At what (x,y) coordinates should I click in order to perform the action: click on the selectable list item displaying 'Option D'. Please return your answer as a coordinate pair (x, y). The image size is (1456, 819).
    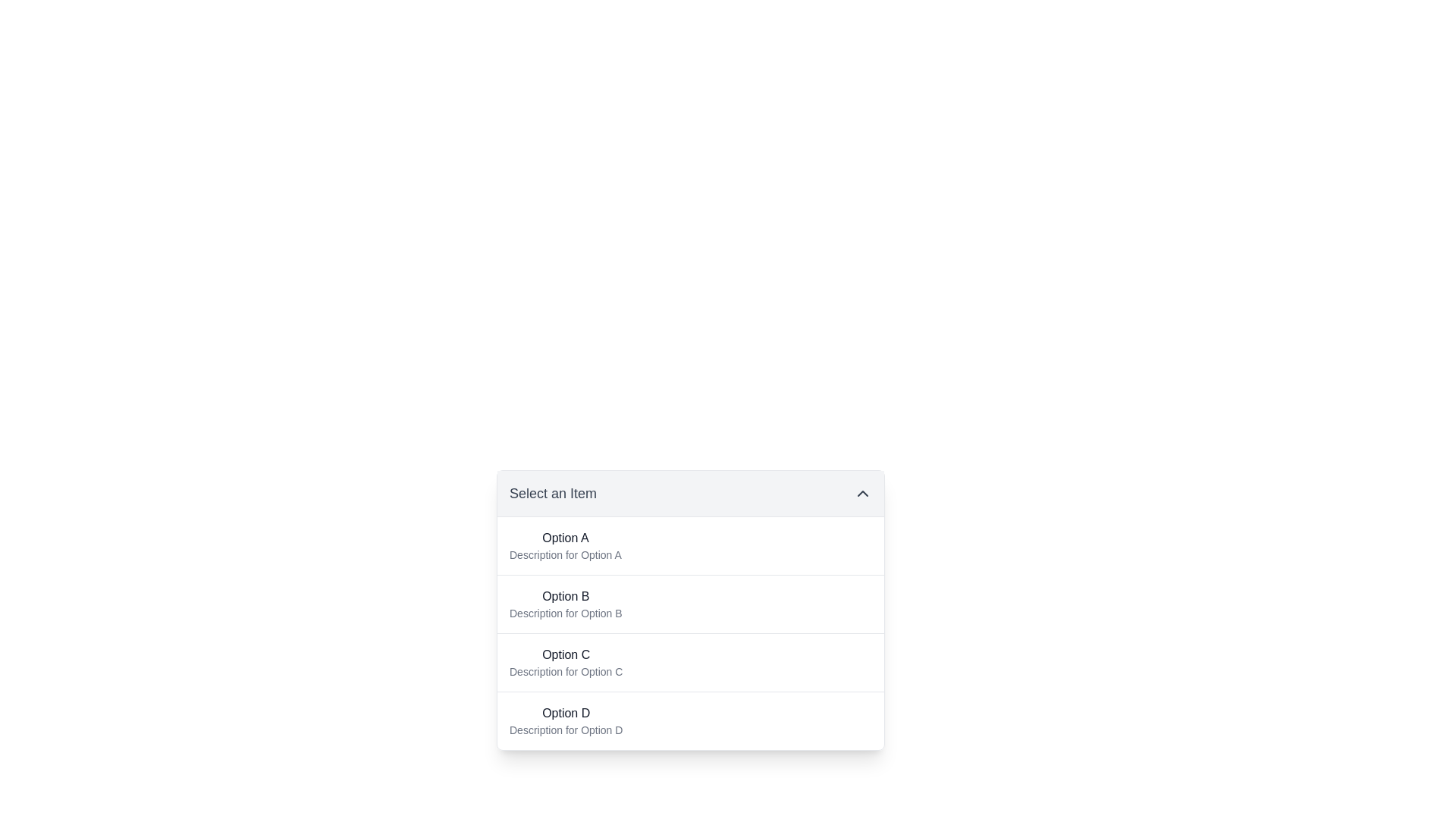
    Looking at the image, I should click on (690, 719).